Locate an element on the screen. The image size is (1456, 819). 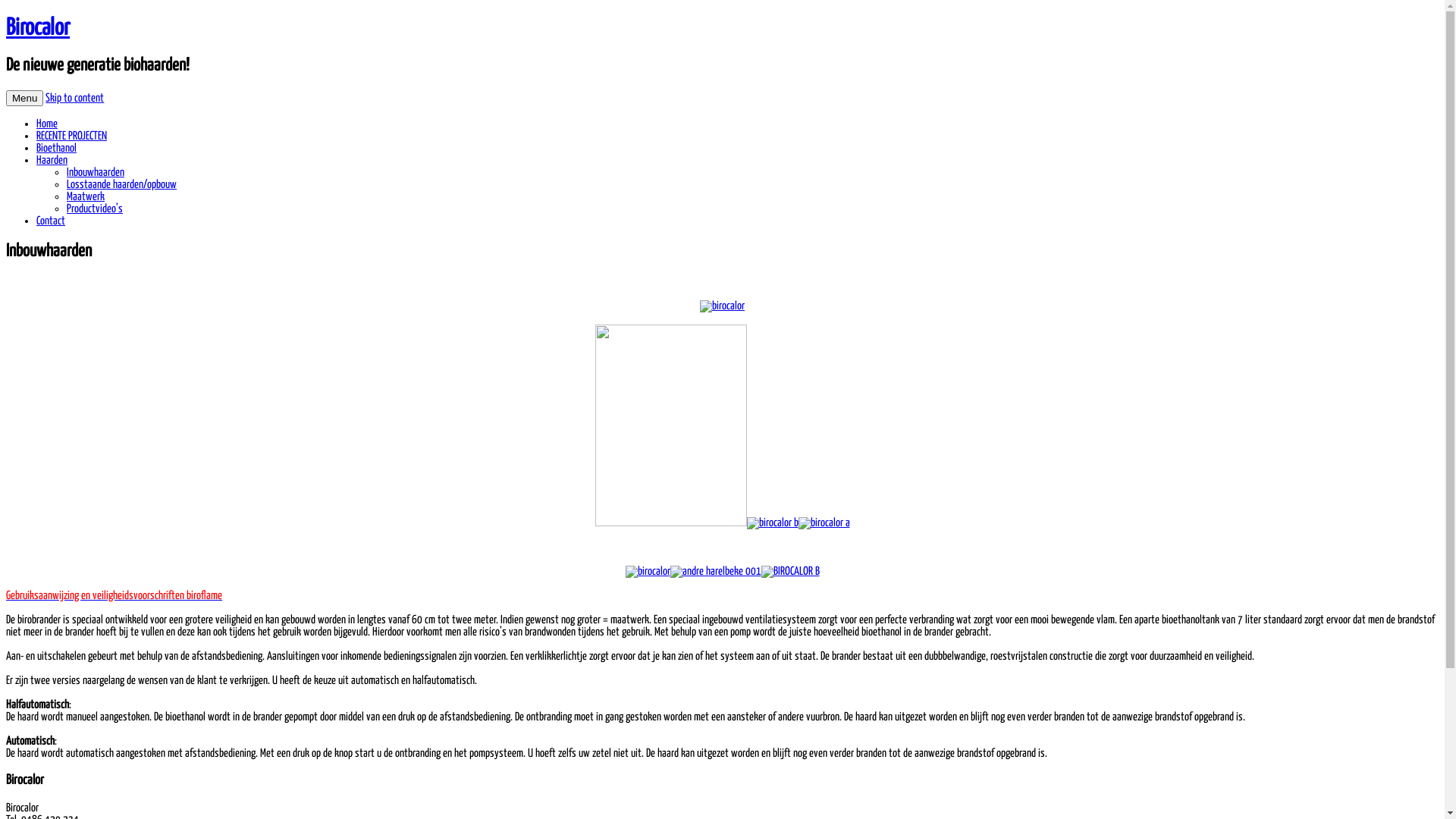
'Birocalor' is located at coordinates (37, 28).